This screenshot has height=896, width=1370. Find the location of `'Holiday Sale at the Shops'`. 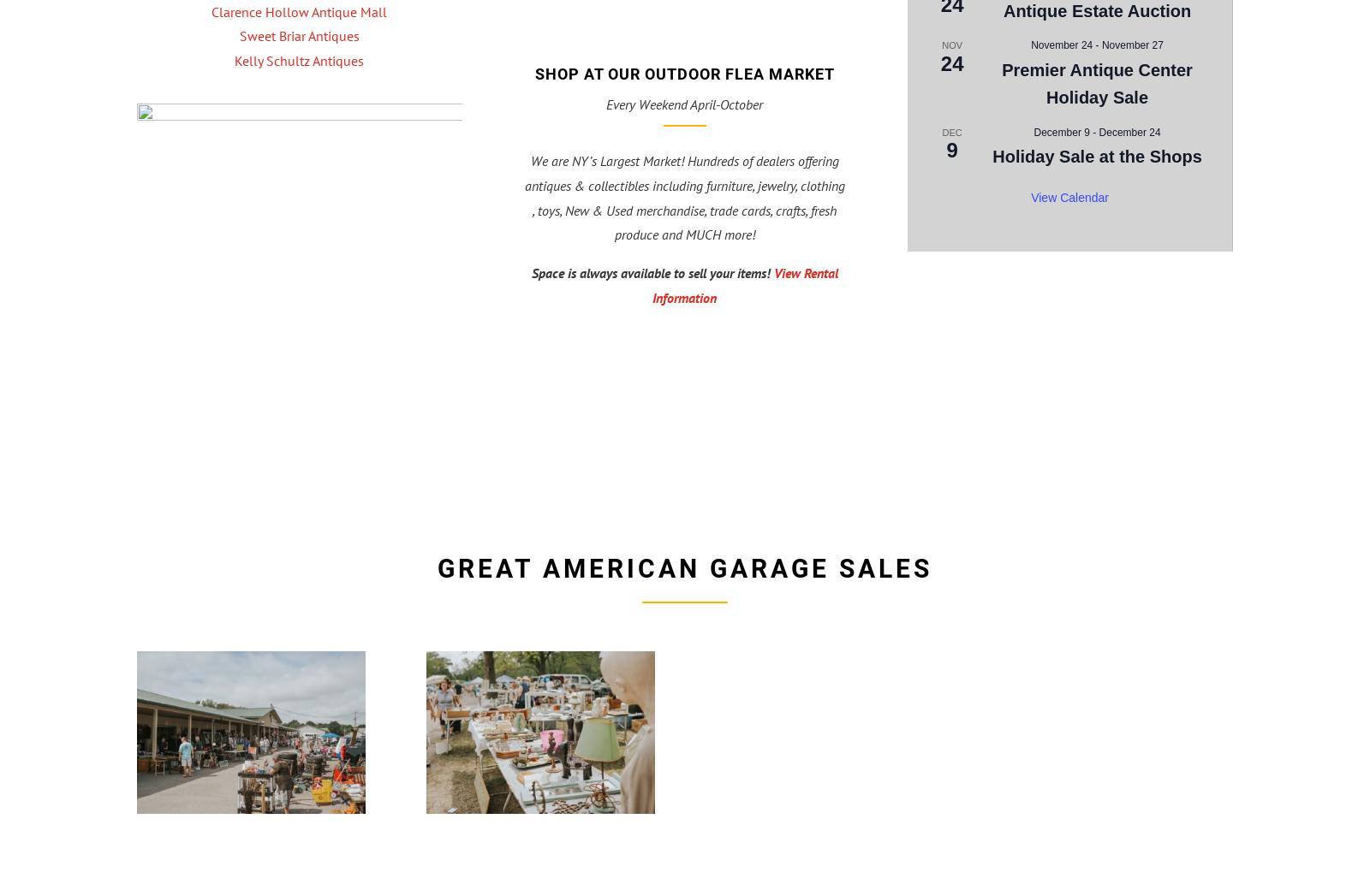

'Holiday Sale at the Shops' is located at coordinates (992, 157).